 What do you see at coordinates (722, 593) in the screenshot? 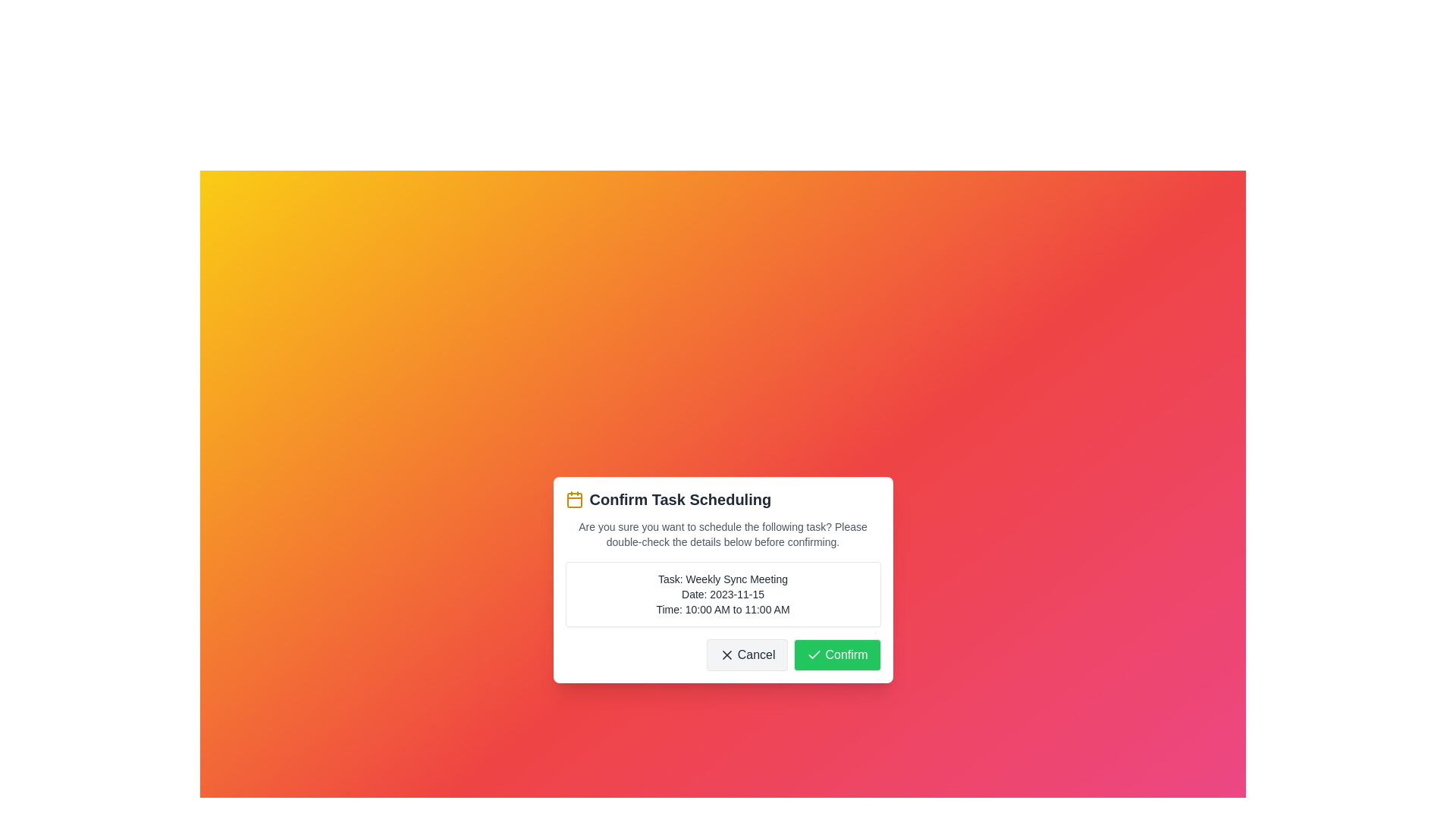
I see `the text label displaying 'Date: 2023-11-15', which is located in the middle section of the confirmation dialog, below the task title and above the time information` at bounding box center [722, 593].